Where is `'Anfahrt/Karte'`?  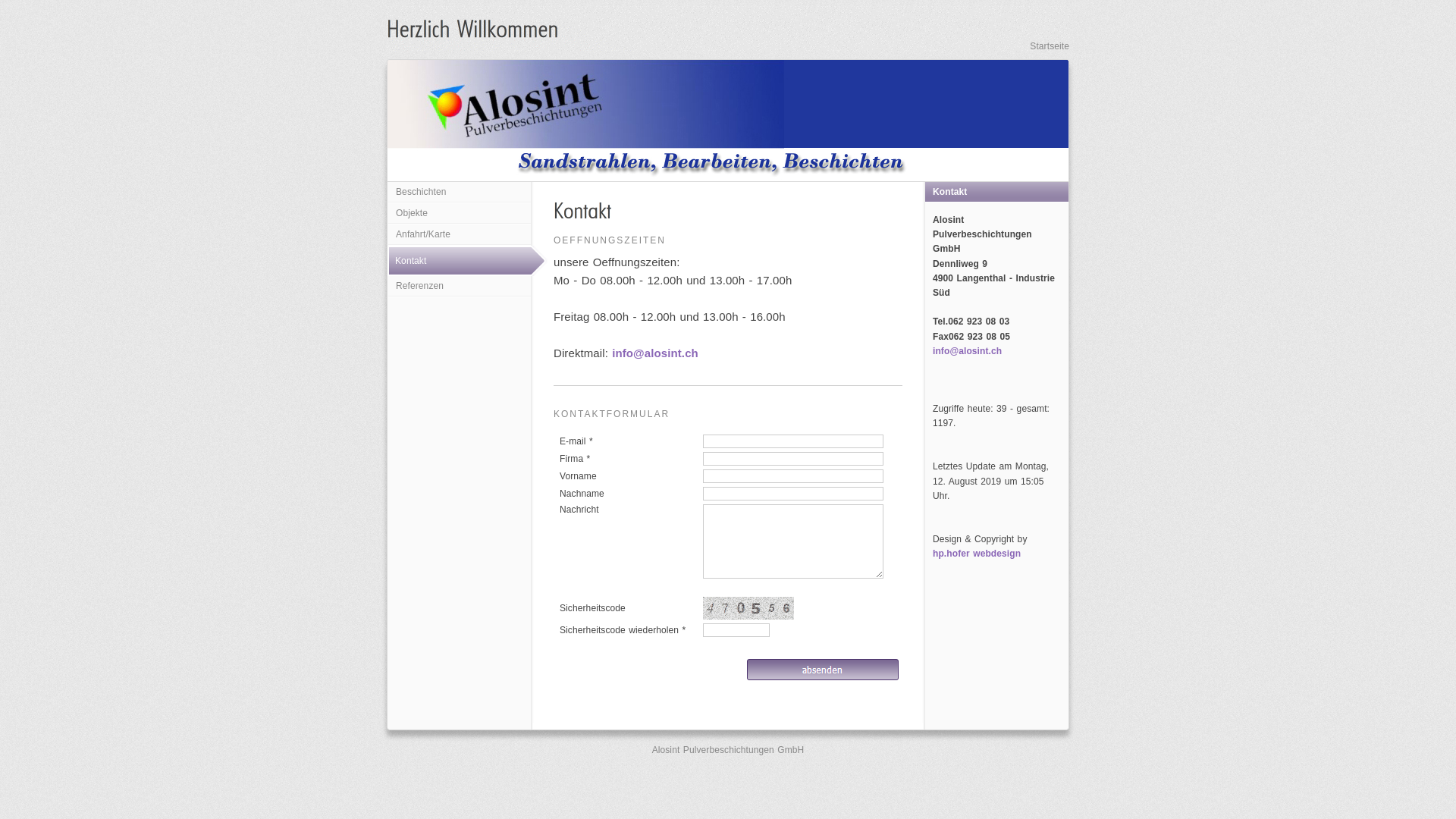 'Anfahrt/Karte' is located at coordinates (458, 234).